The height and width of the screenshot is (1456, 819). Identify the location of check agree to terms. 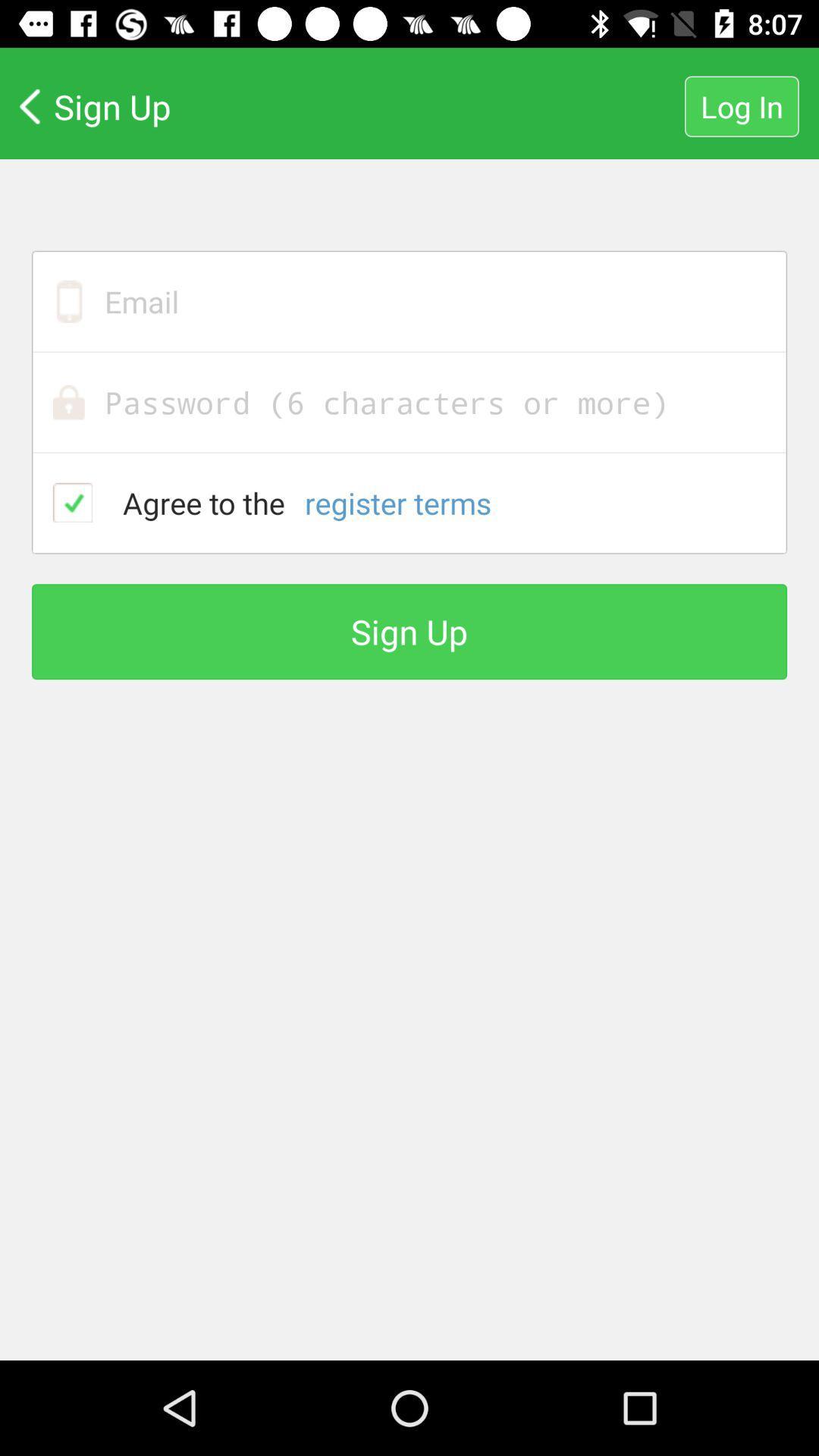
(73, 502).